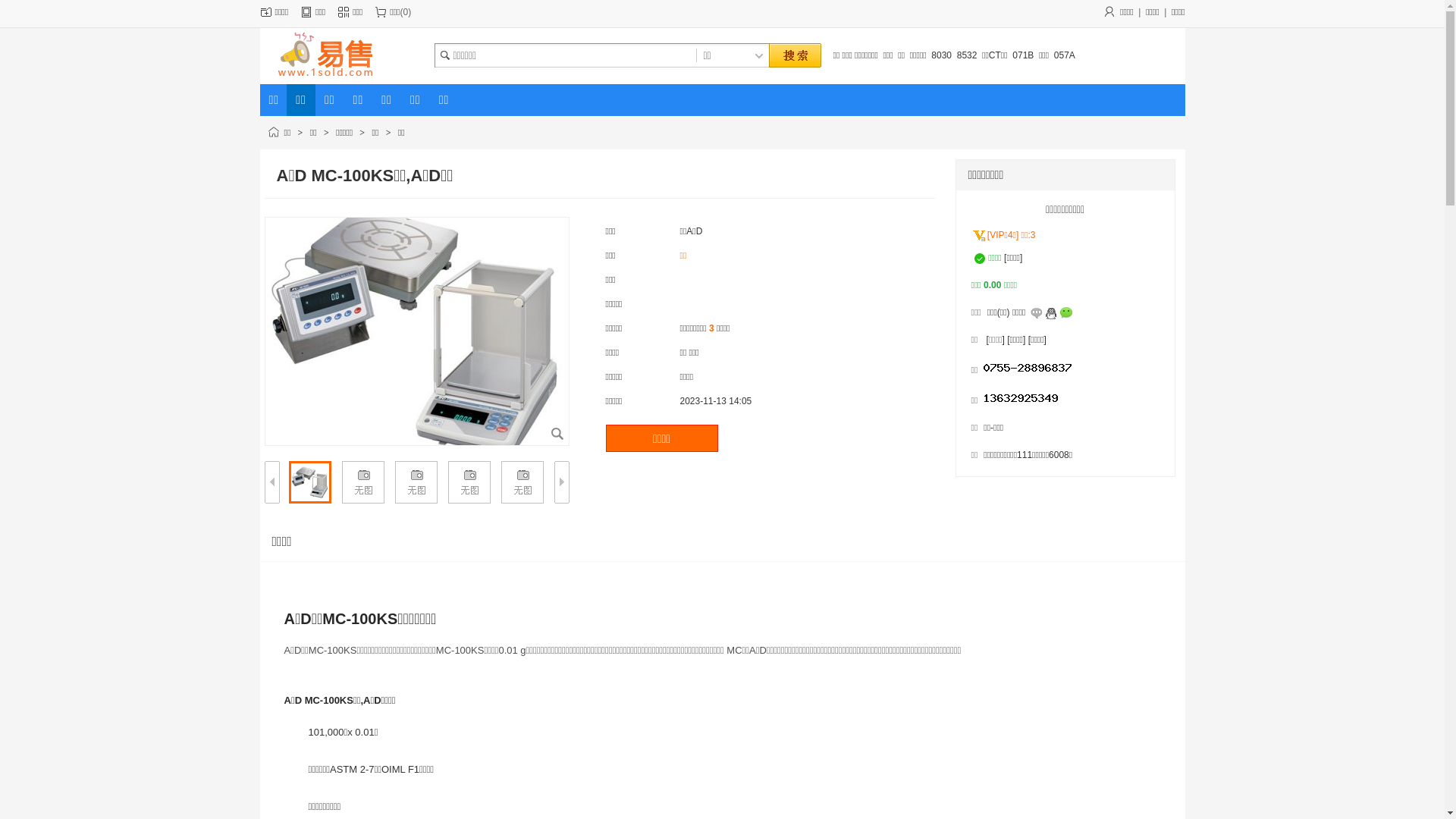 This screenshot has width=1456, height=819. I want to click on ' ', so click(792, 55).